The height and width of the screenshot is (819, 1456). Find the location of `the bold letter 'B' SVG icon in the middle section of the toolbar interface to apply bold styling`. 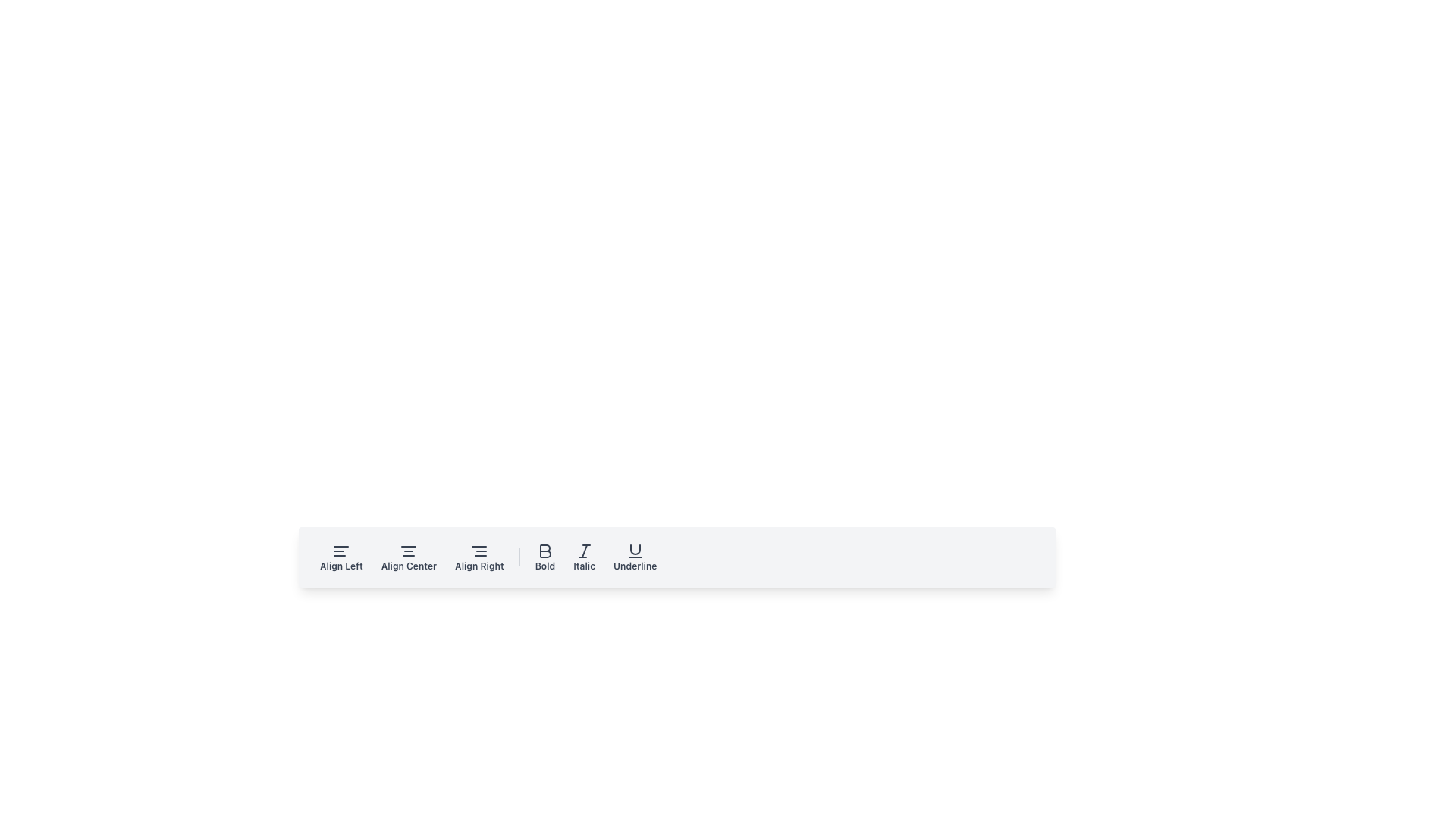

the bold letter 'B' SVG icon in the middle section of the toolbar interface to apply bold styling is located at coordinates (545, 551).